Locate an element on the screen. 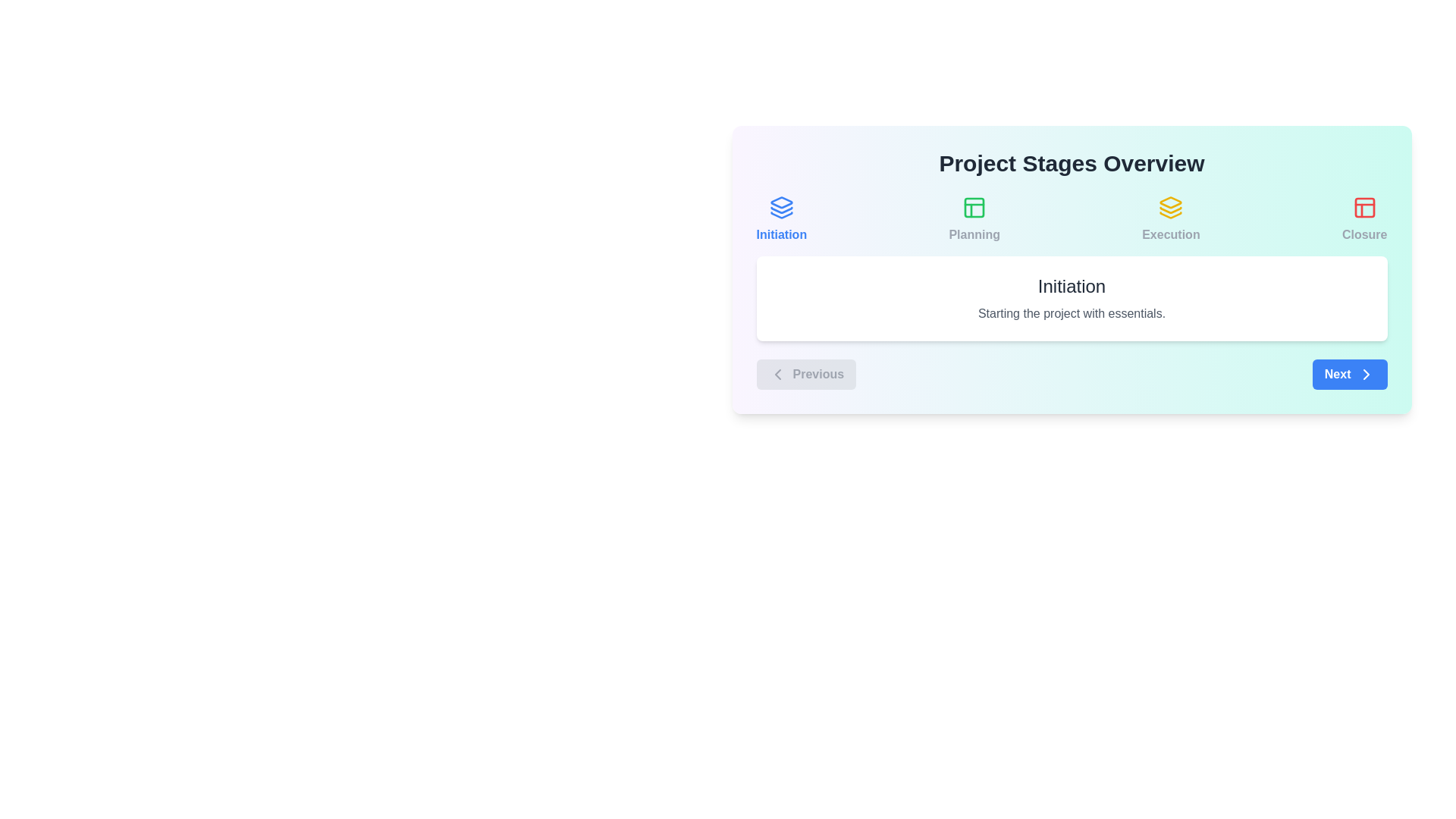 This screenshot has height=819, width=1456. the 'Initiation' step button, which is located on the leftmost side of the workflow steps is located at coordinates (781, 219).